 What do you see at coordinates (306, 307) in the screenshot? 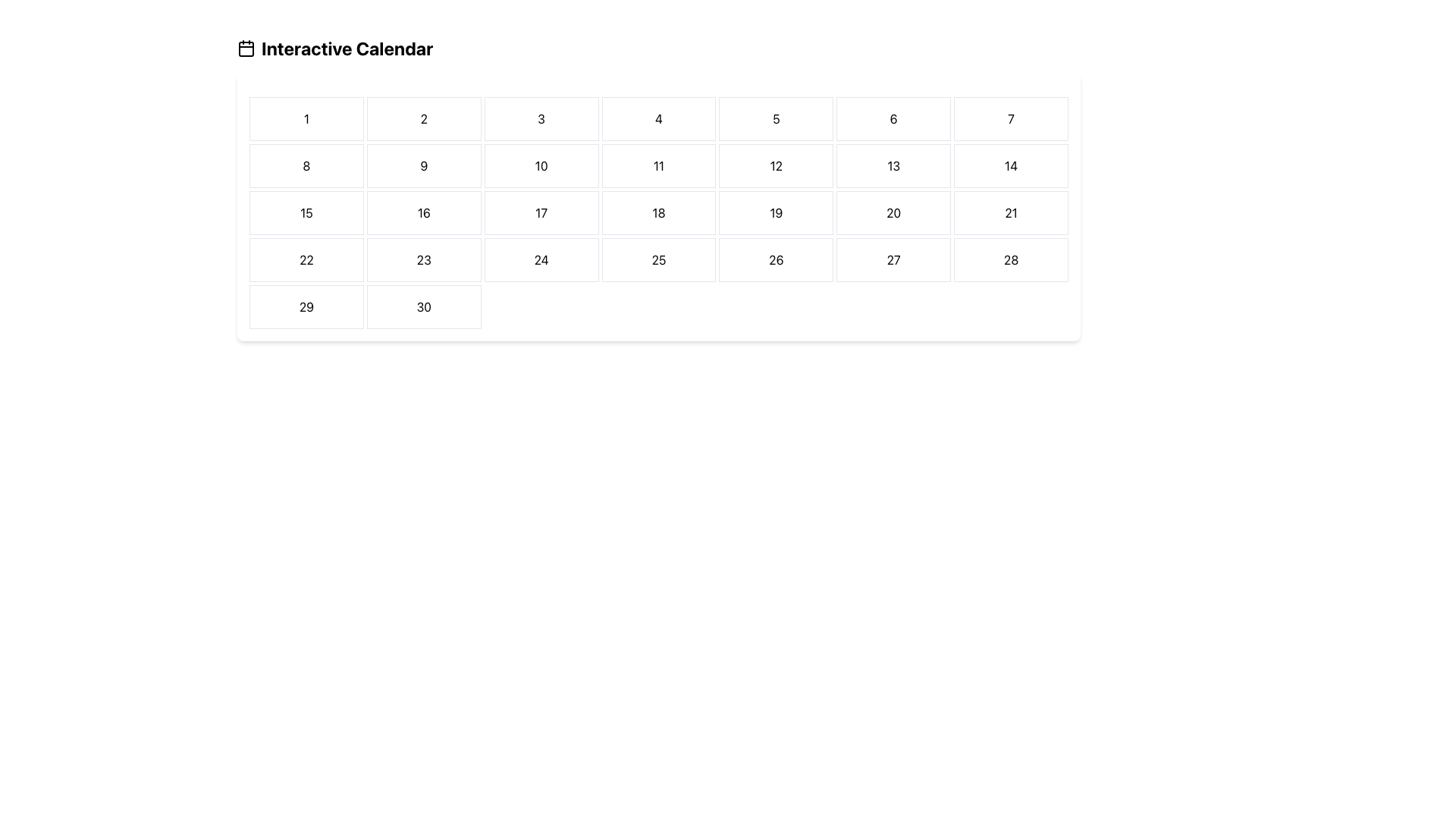
I see `the text box representing the number '29' located in the first column of the last row in a 7-column grid` at bounding box center [306, 307].